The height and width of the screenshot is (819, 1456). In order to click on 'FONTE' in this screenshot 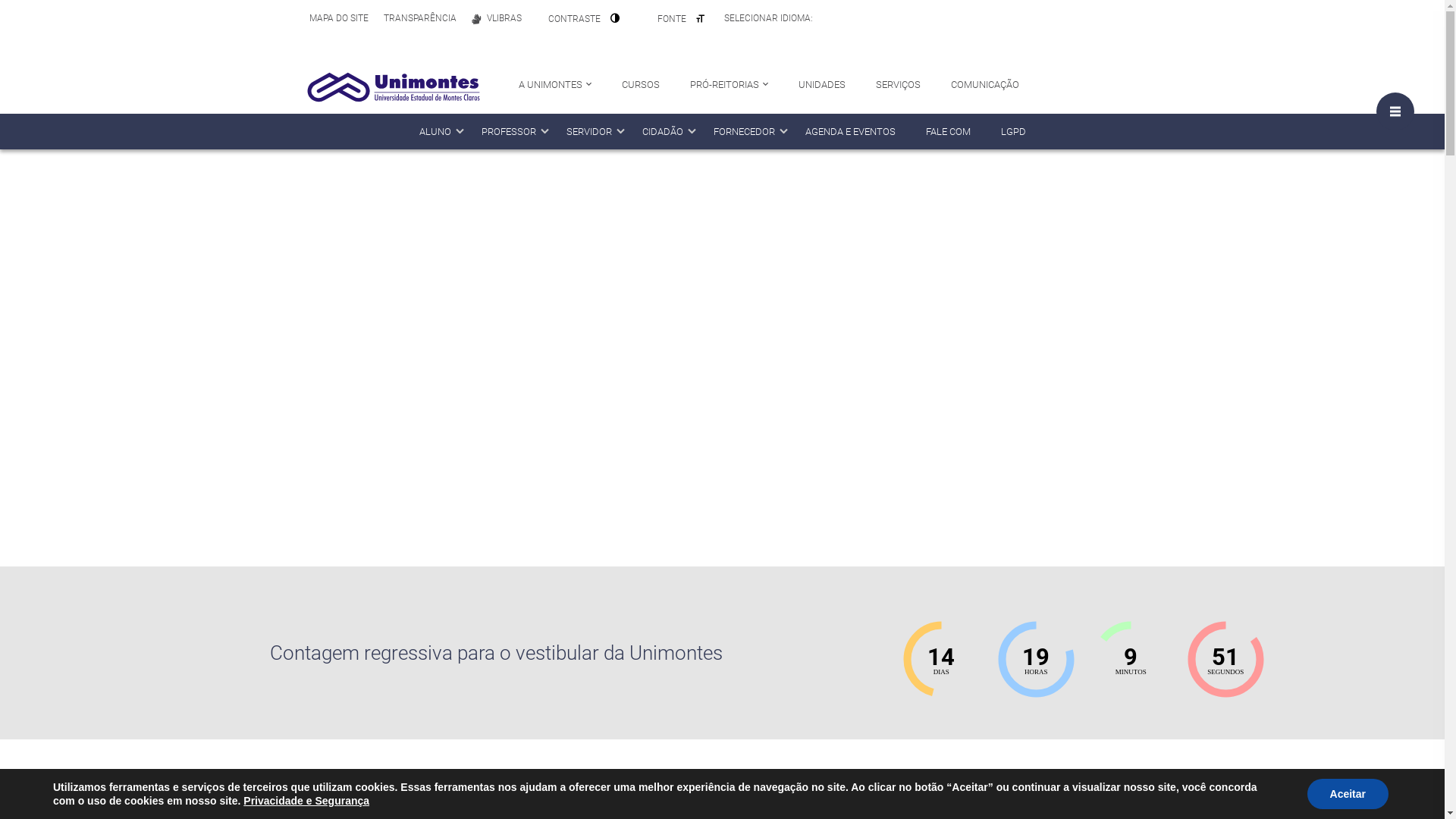, I will do `click(680, 17)`.